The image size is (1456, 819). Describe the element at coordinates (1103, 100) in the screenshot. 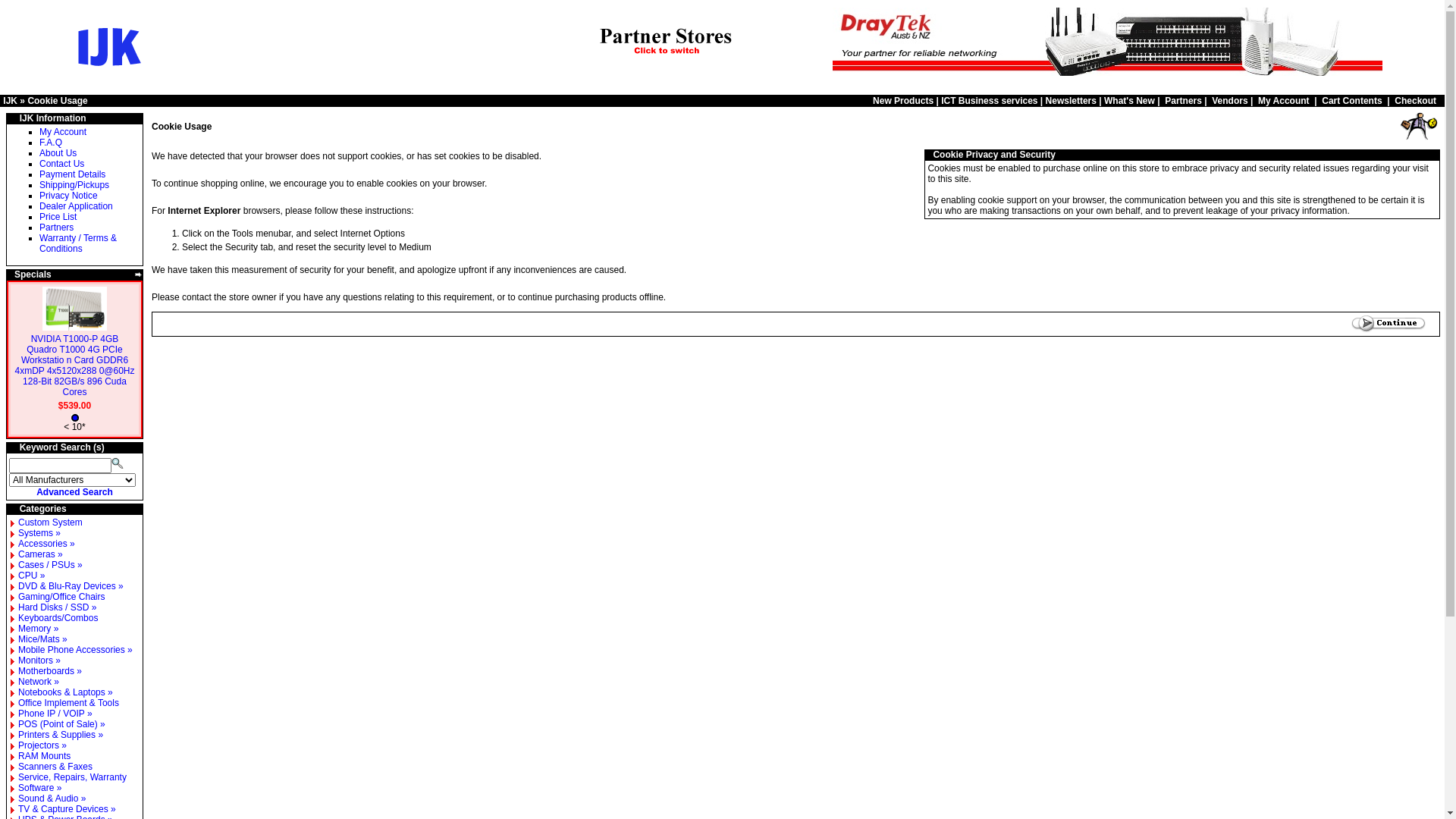

I see `'What's New'` at that location.